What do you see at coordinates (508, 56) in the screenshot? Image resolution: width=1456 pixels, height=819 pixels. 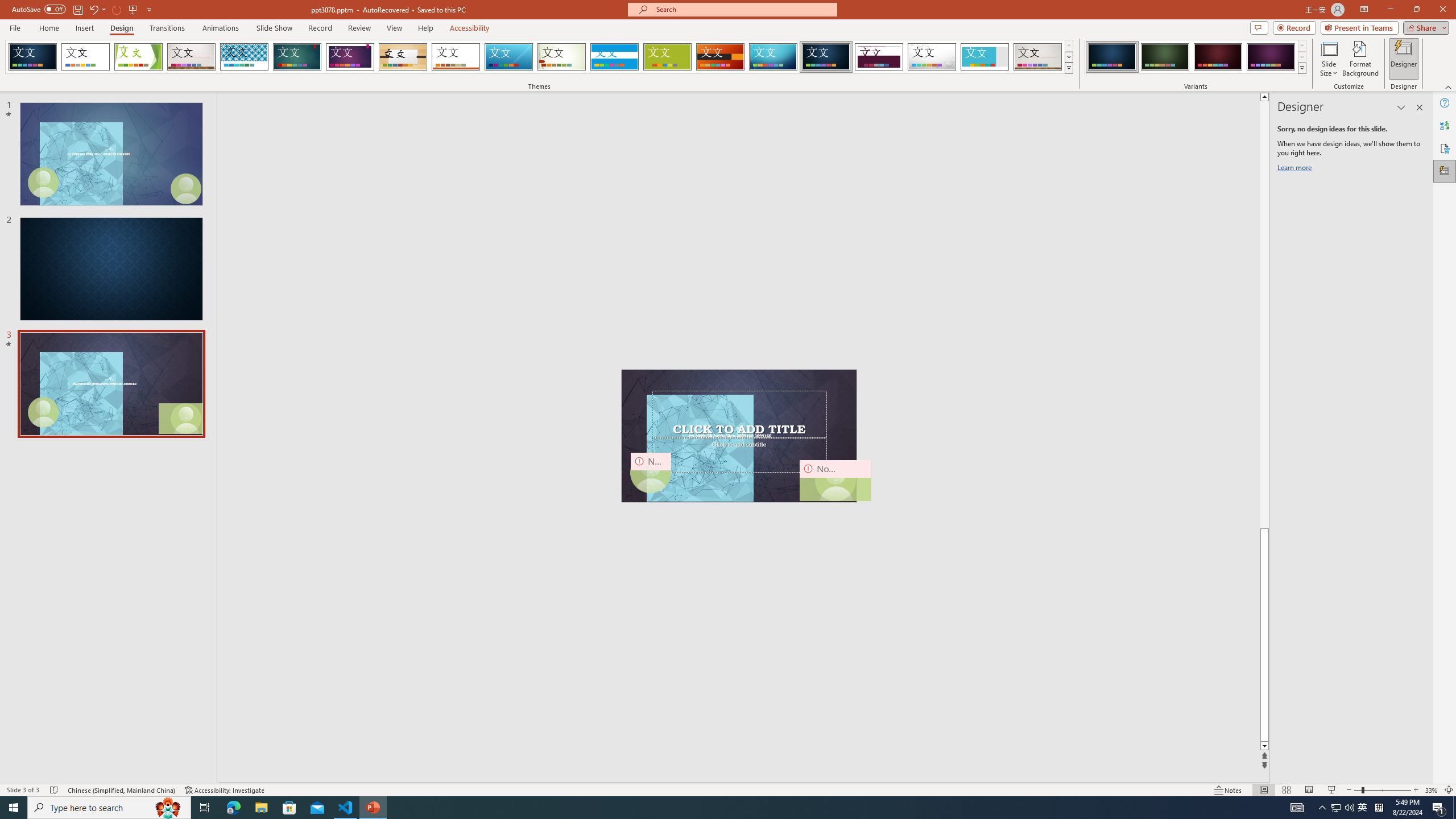 I see `'Slice'` at bounding box center [508, 56].